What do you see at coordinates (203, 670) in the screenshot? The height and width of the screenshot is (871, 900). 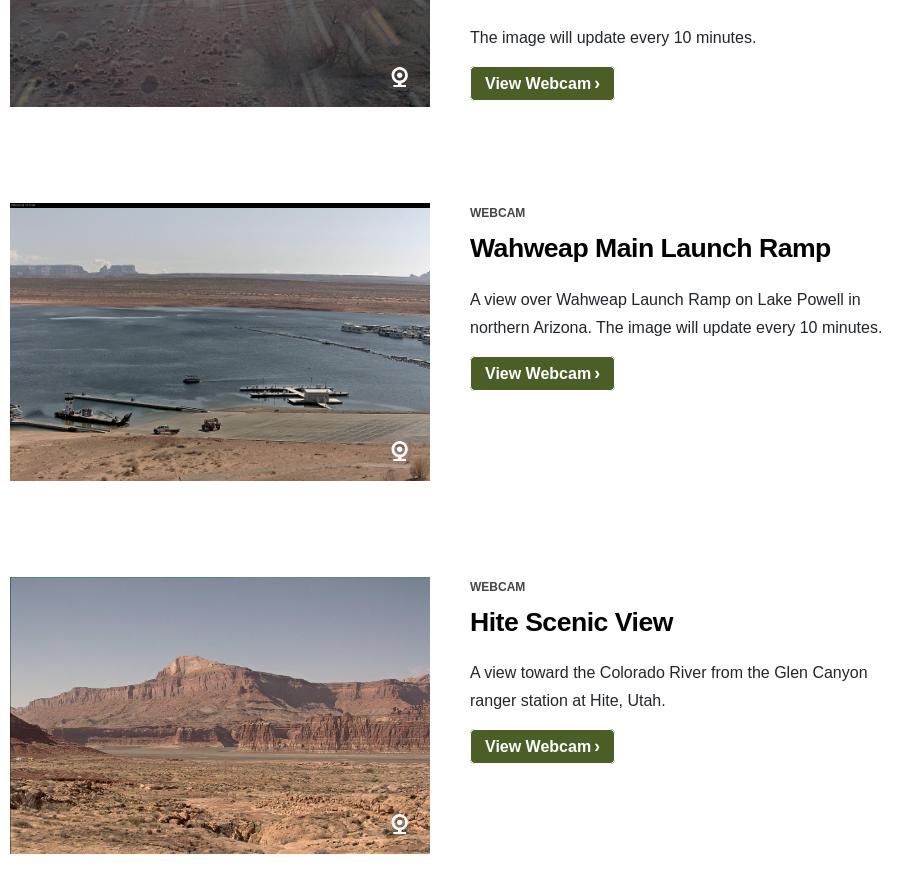 I see `'Twitter'` at bounding box center [203, 670].